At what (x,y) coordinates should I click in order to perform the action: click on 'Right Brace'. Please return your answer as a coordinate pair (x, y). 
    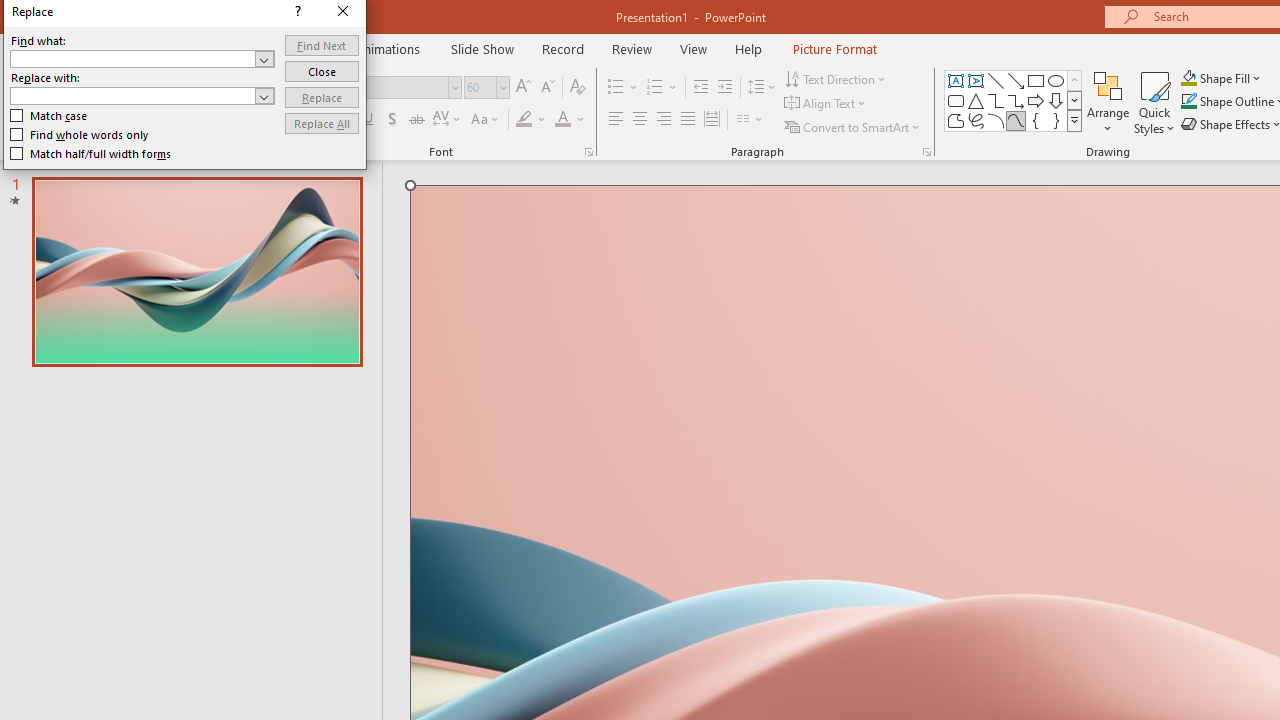
    Looking at the image, I should click on (1055, 120).